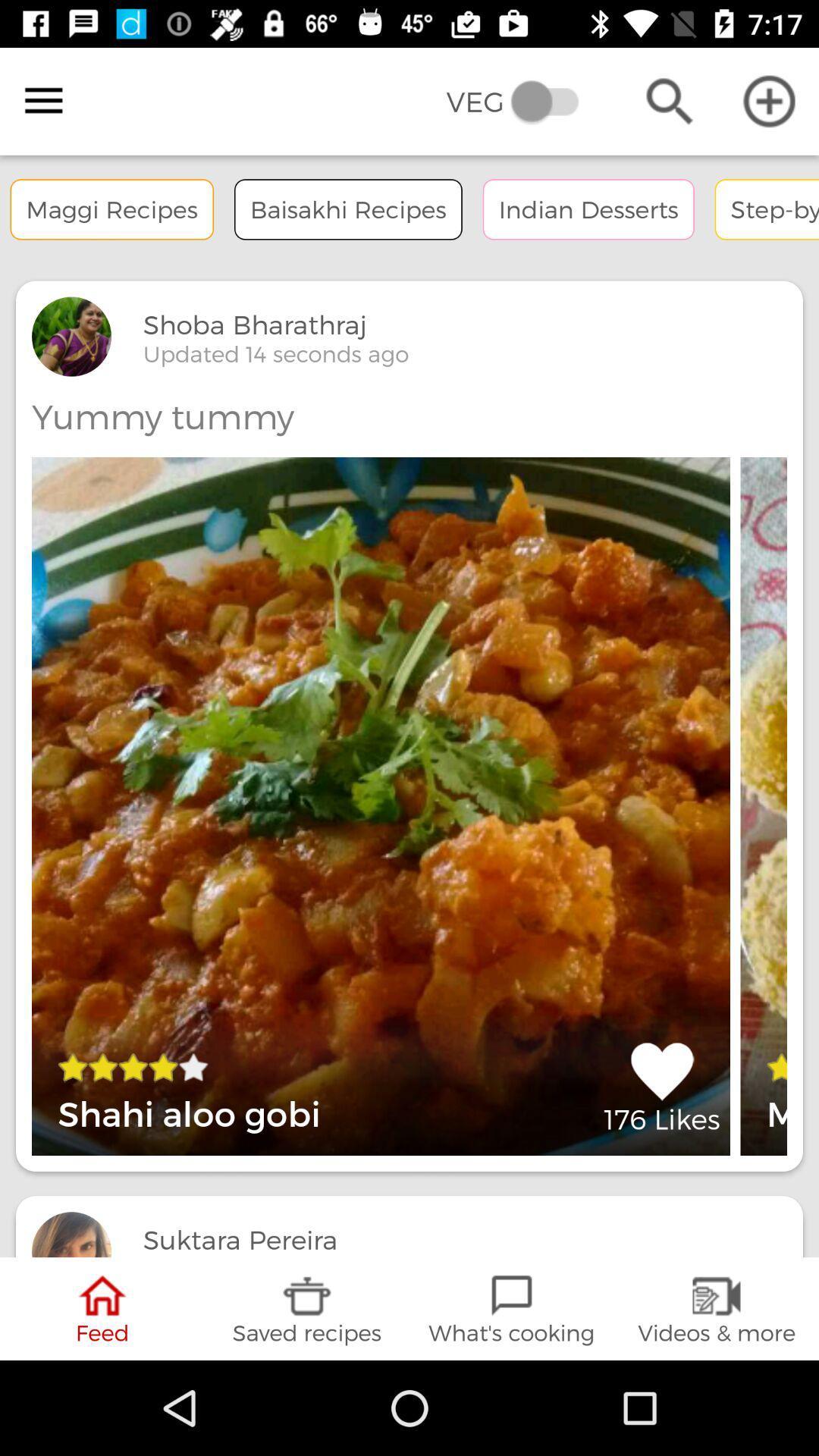 Image resolution: width=819 pixels, height=1456 pixels. Describe the element at coordinates (307, 1308) in the screenshot. I see `saved recipes icon` at that location.